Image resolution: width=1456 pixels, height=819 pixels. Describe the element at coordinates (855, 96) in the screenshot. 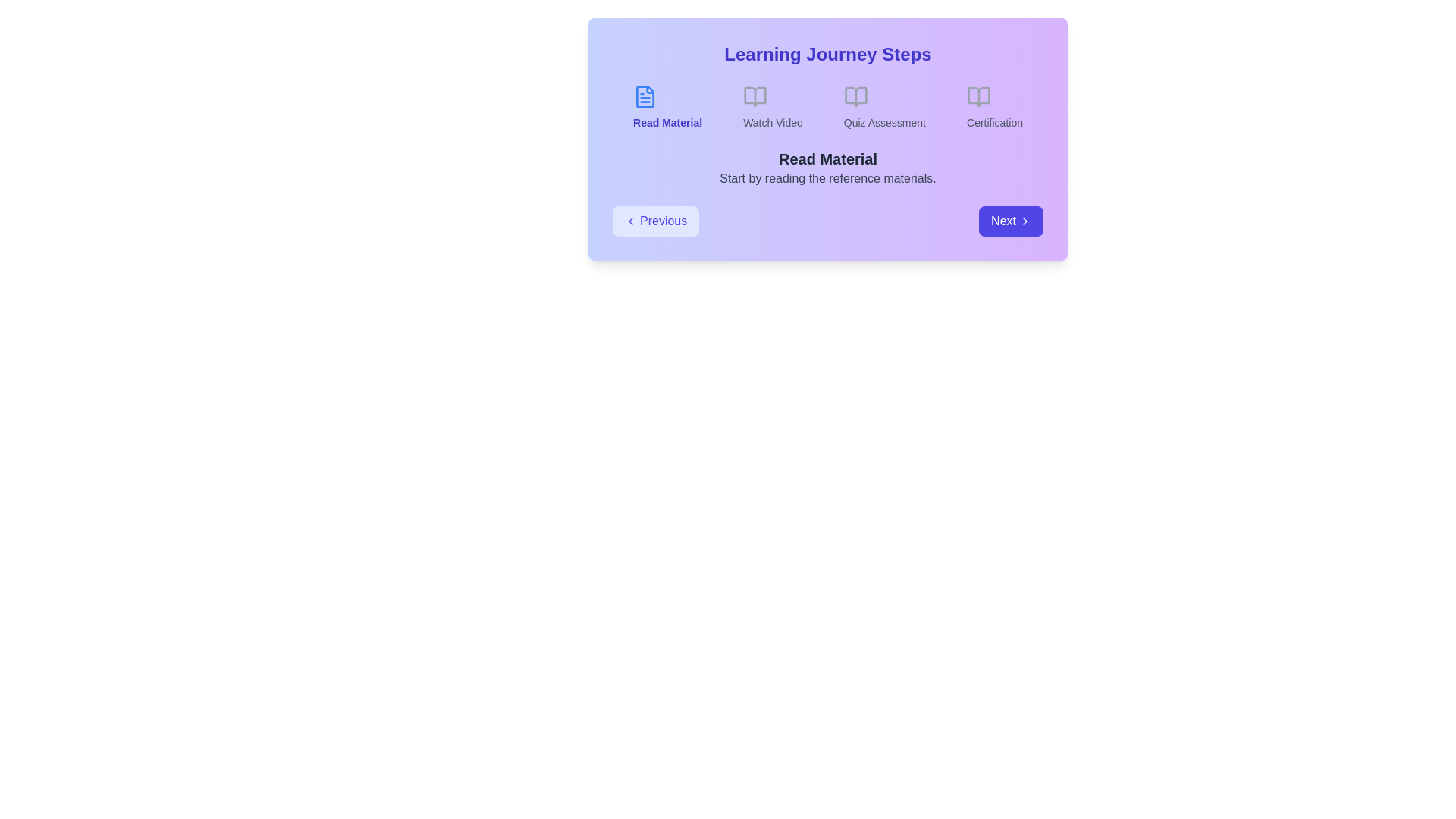

I see `the second interactive icon that resembles an open book, located under the 'Learning Journey Steps' title, positioned between 'Watch Video' and 'Certification'` at that location.